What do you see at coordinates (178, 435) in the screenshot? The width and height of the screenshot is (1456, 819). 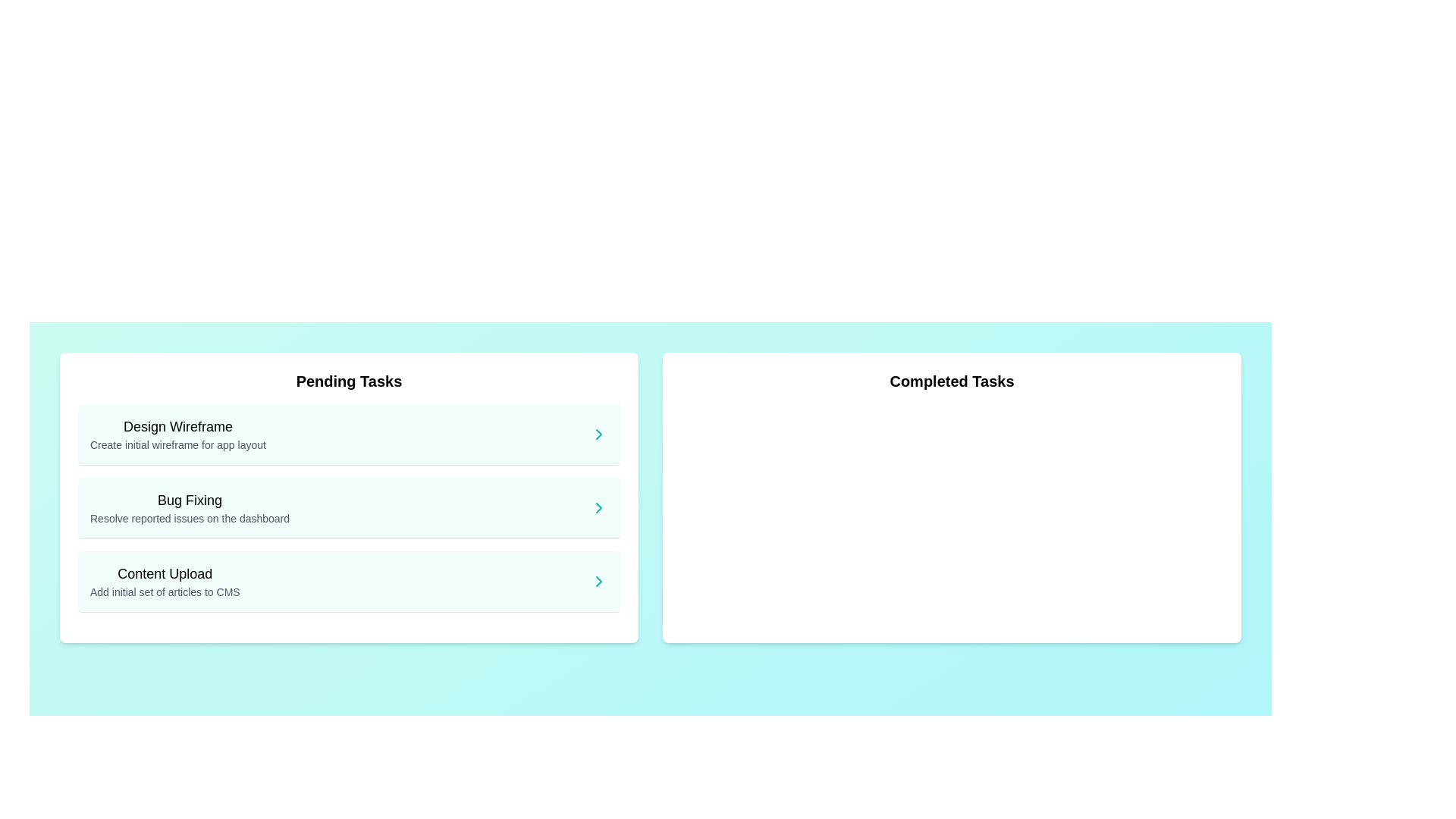 I see `the task description element in the 'Pending Tasks' section, which provides details about creating an initial application wireframe` at bounding box center [178, 435].